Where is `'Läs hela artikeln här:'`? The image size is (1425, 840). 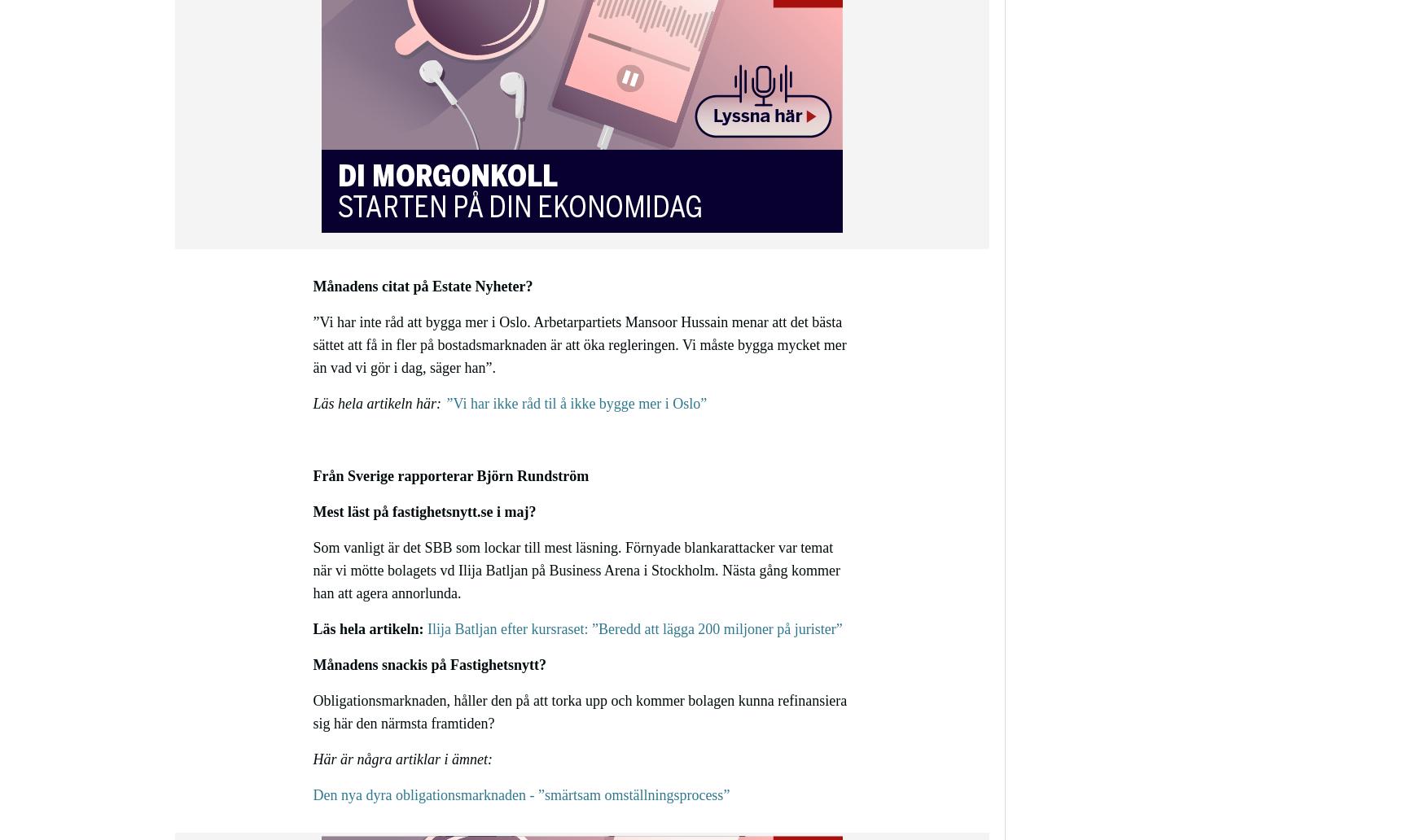 'Läs hela artikeln här:' is located at coordinates (378, 402).